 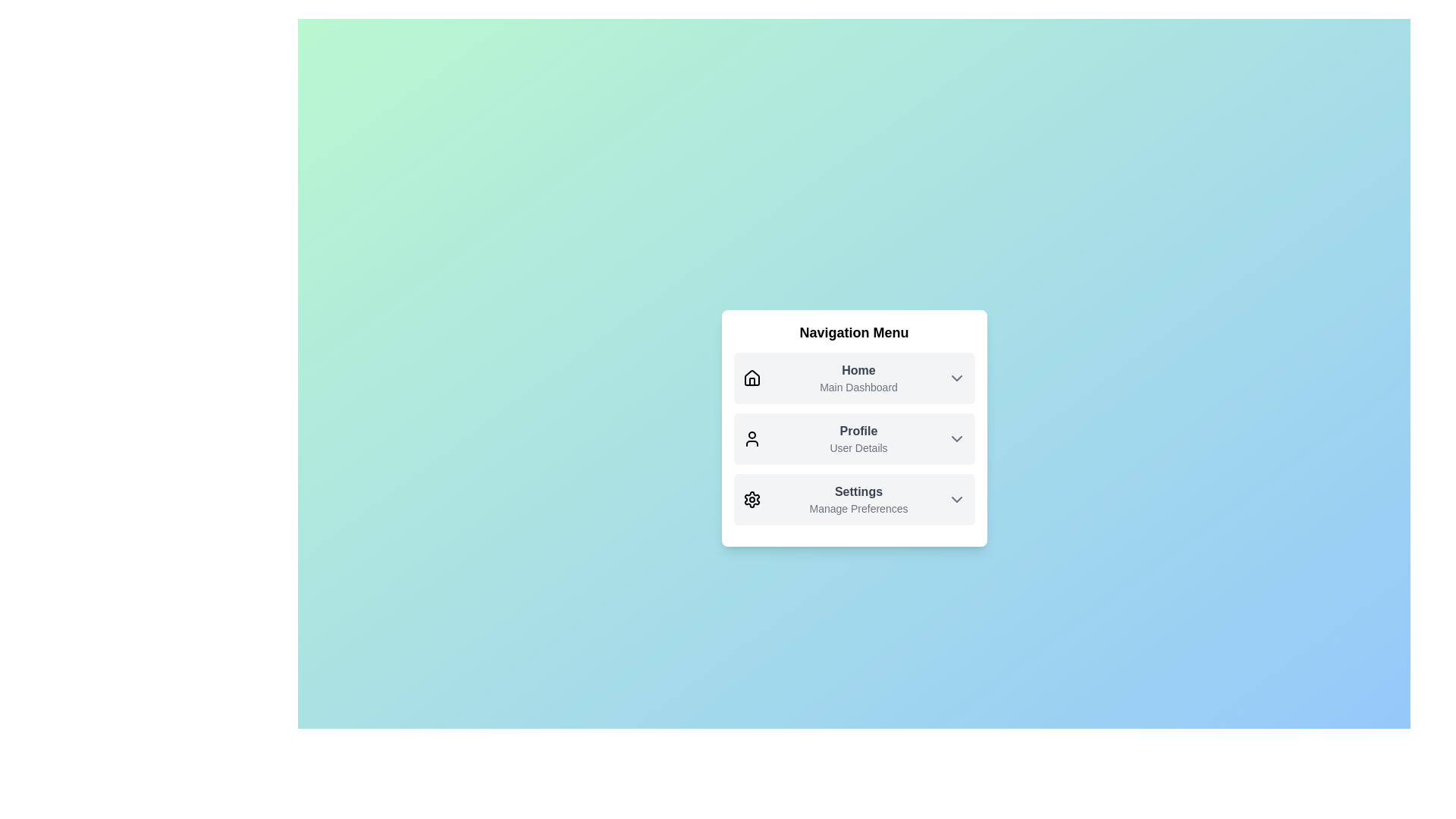 What do you see at coordinates (854, 500) in the screenshot?
I see `the menu item Settings to observe its hover effect` at bounding box center [854, 500].